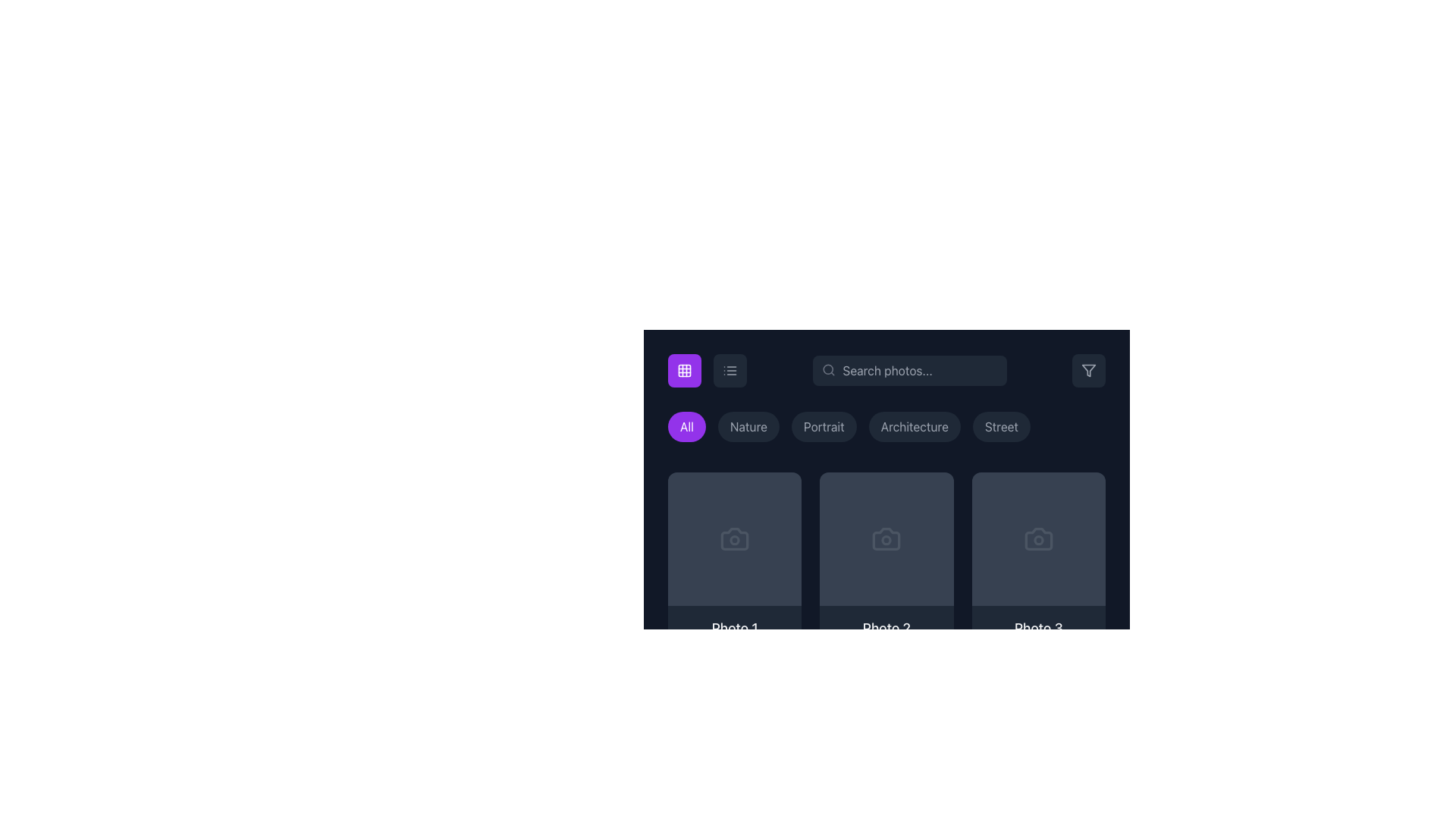  Describe the element at coordinates (999, 538) in the screenshot. I see `the interactive button located in the upper middle section of the third card in the horizontal grid layout to like the item` at that location.